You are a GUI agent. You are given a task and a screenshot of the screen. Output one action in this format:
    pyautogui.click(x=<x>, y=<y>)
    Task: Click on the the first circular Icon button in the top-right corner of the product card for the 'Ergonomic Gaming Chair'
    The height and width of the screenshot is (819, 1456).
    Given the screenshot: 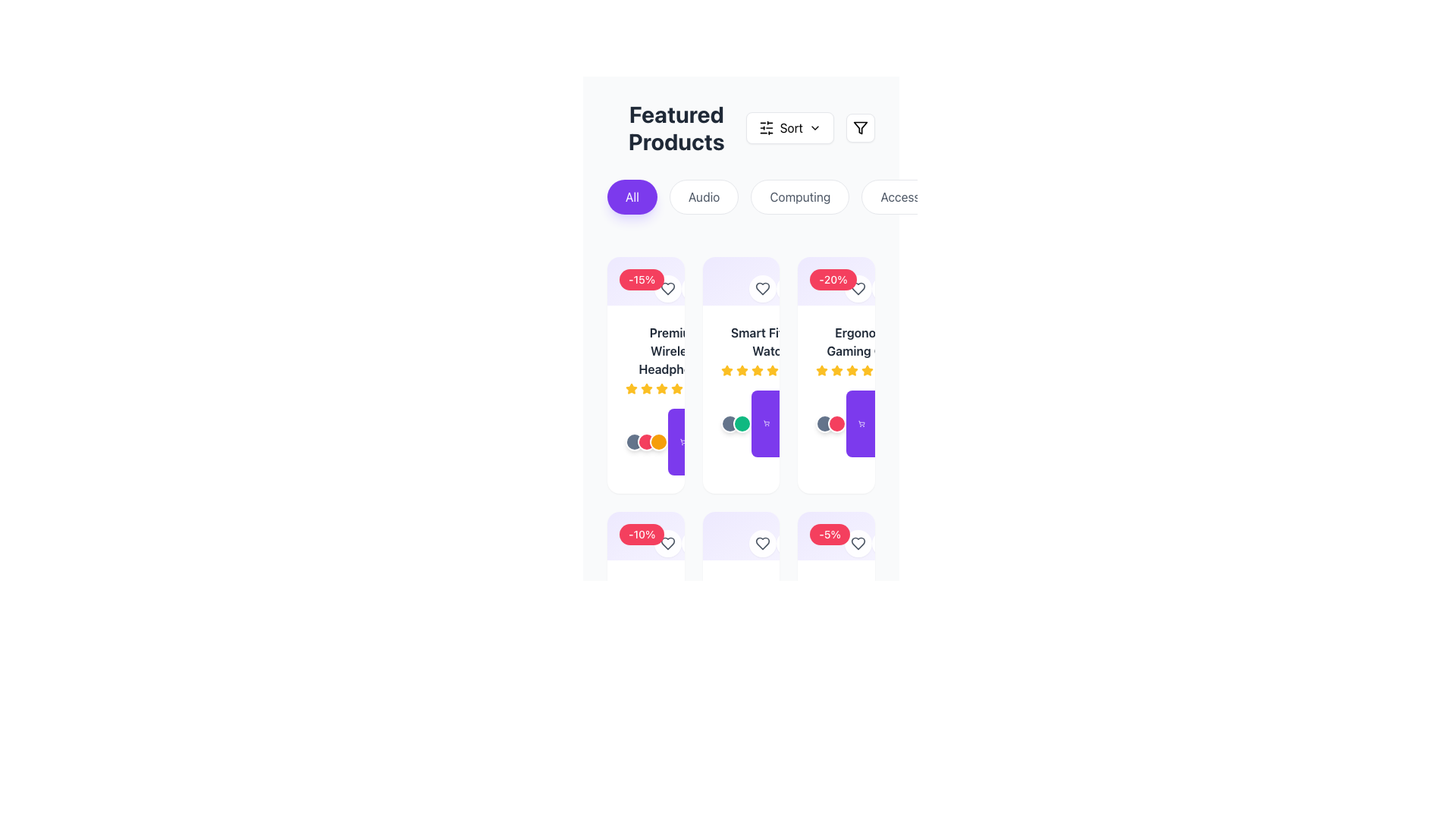 What is the action you would take?
    pyautogui.click(x=858, y=289)
    